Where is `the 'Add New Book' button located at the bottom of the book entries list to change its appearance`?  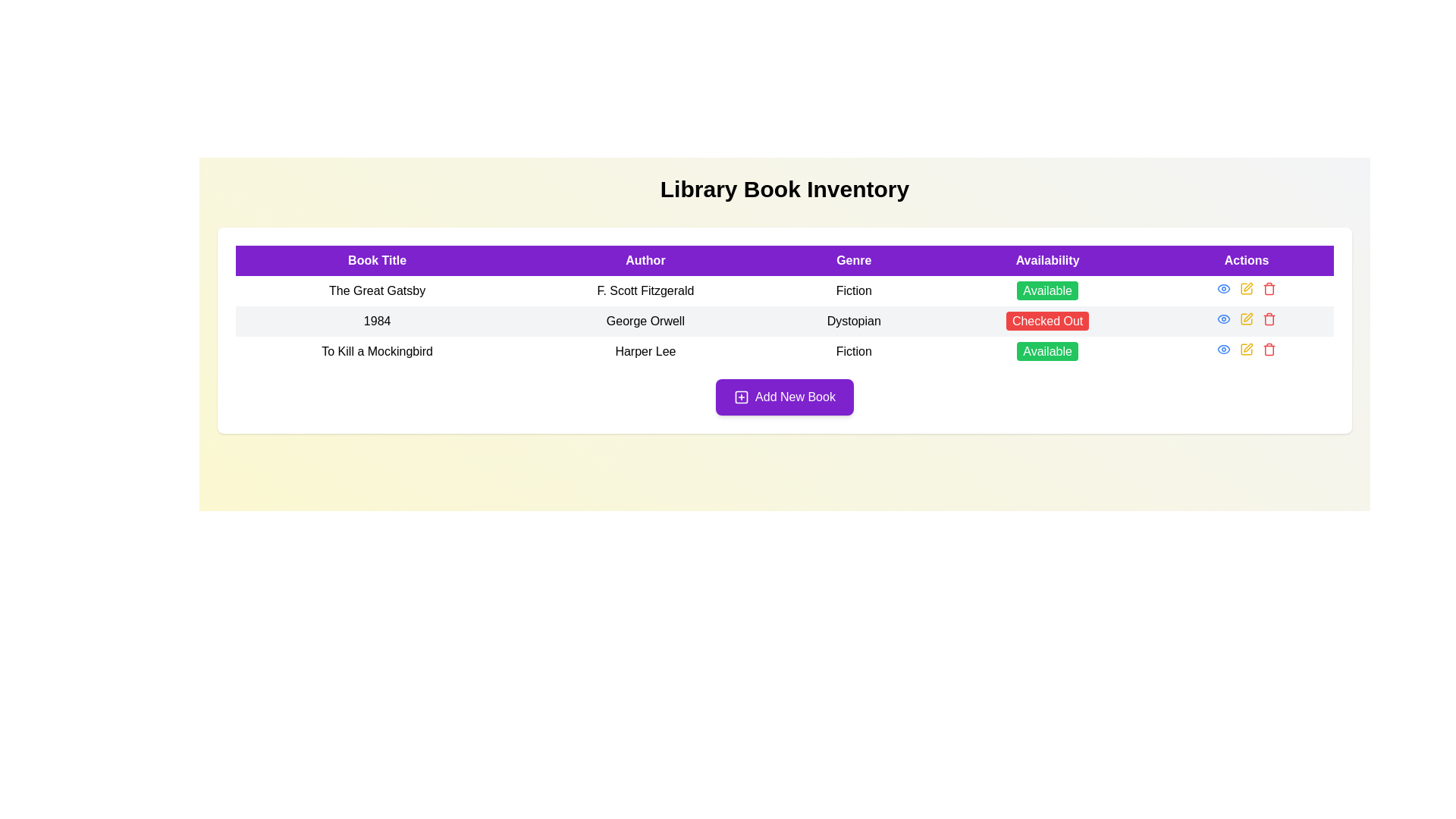 the 'Add New Book' button located at the bottom of the book entries list to change its appearance is located at coordinates (785, 397).